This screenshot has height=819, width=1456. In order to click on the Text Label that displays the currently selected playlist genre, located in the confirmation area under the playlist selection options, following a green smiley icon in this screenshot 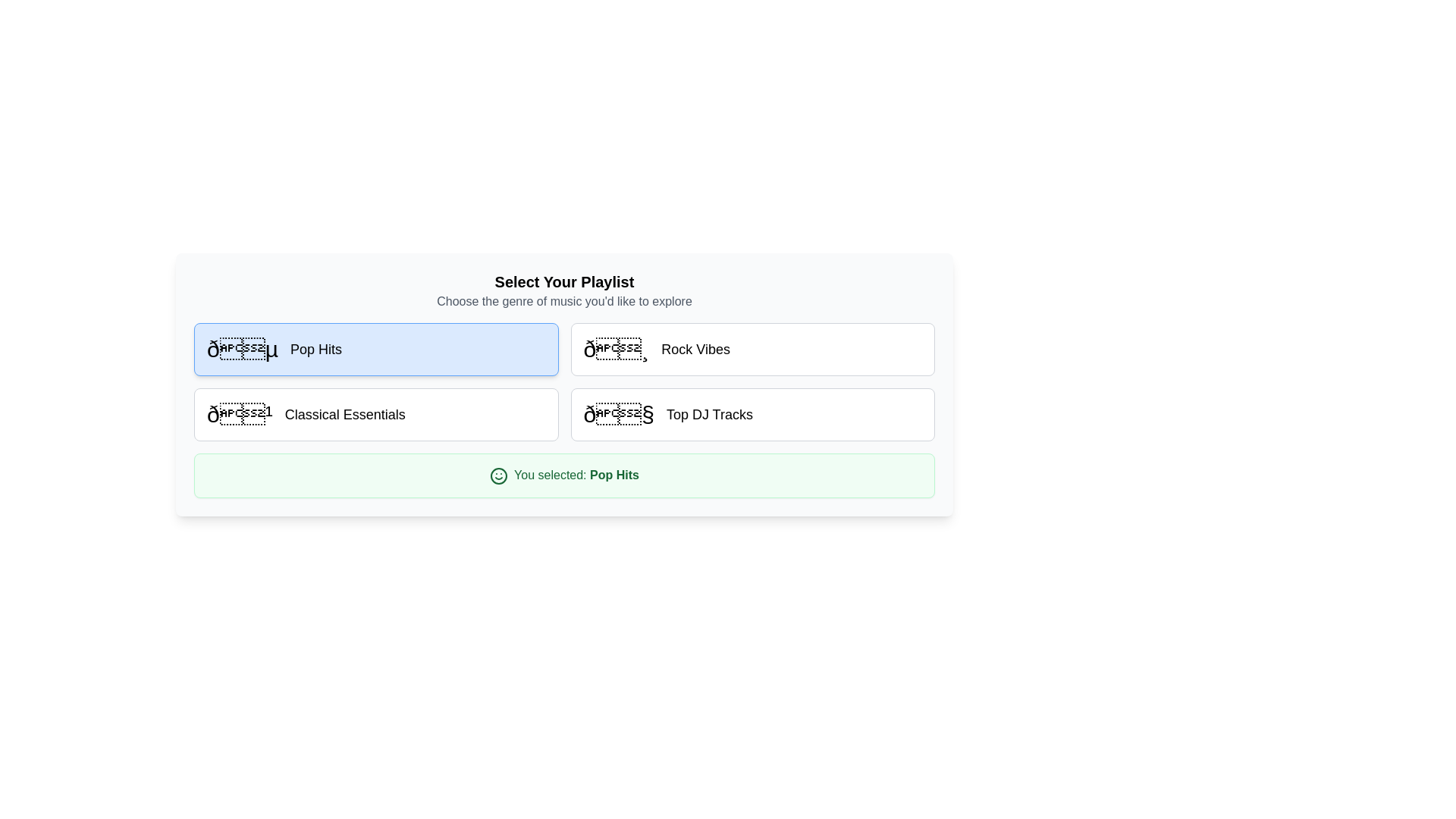, I will do `click(614, 474)`.